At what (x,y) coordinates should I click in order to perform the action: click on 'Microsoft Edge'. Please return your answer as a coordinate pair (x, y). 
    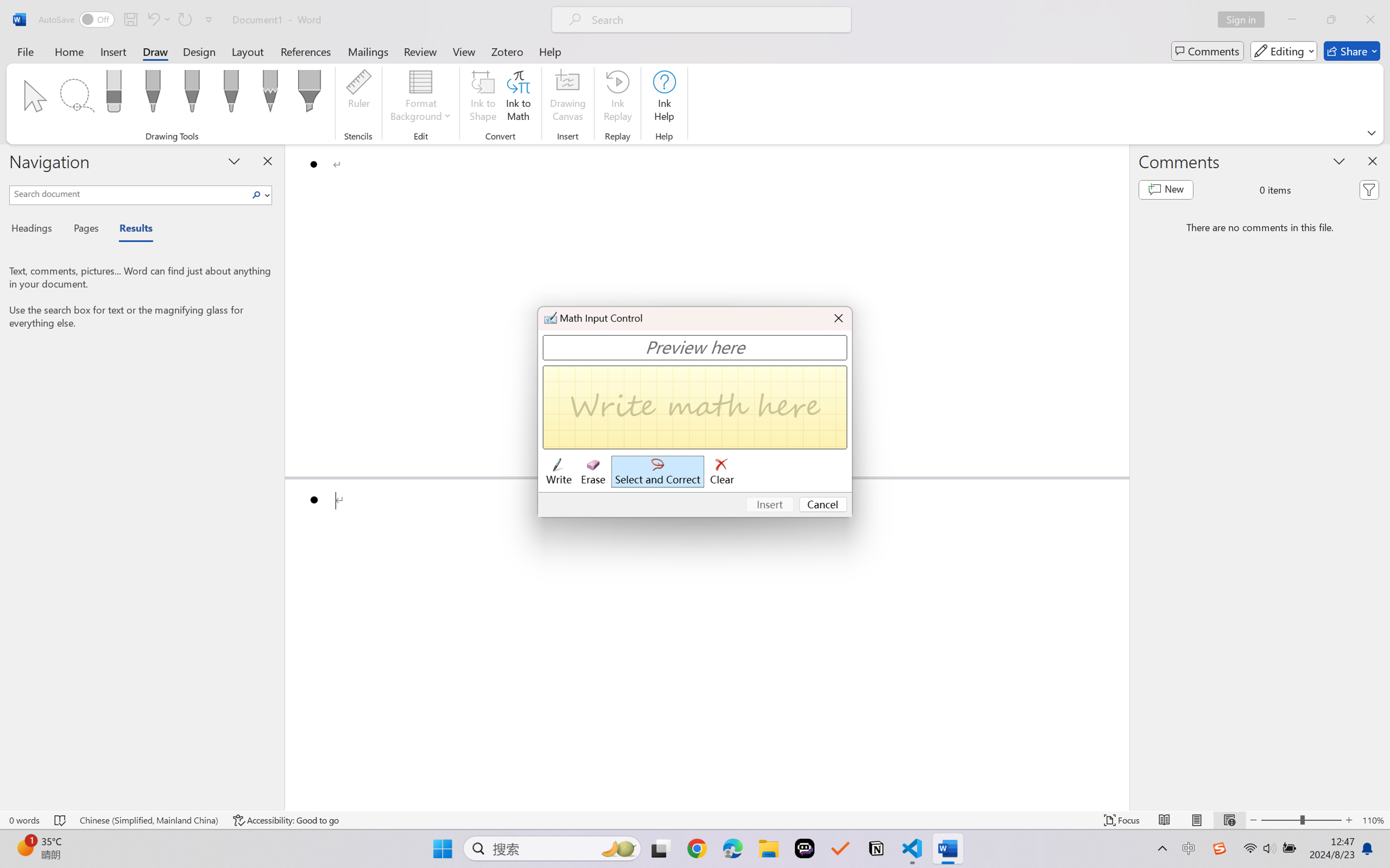
    Looking at the image, I should click on (732, 848).